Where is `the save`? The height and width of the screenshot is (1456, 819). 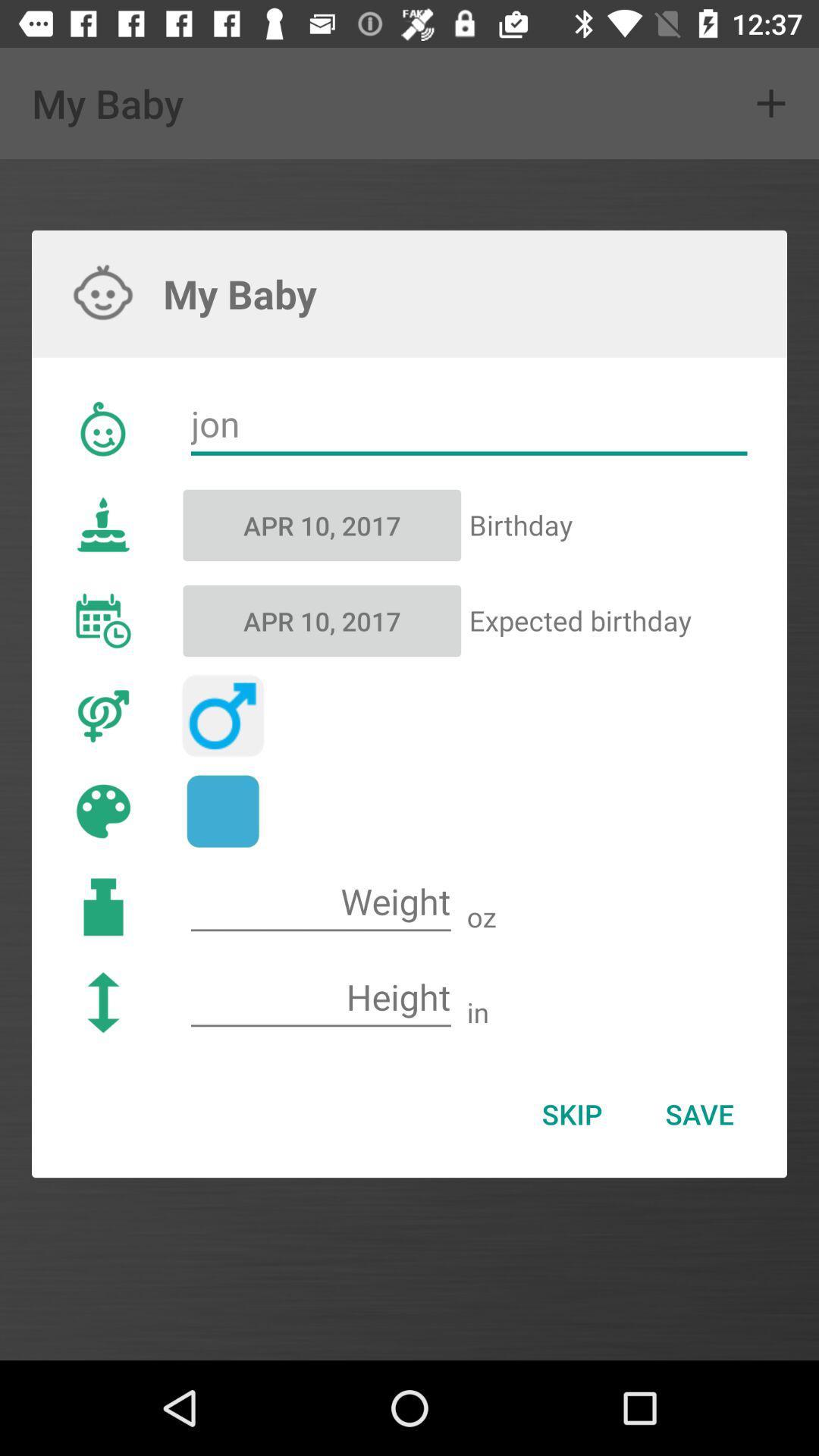 the save is located at coordinates (699, 1114).